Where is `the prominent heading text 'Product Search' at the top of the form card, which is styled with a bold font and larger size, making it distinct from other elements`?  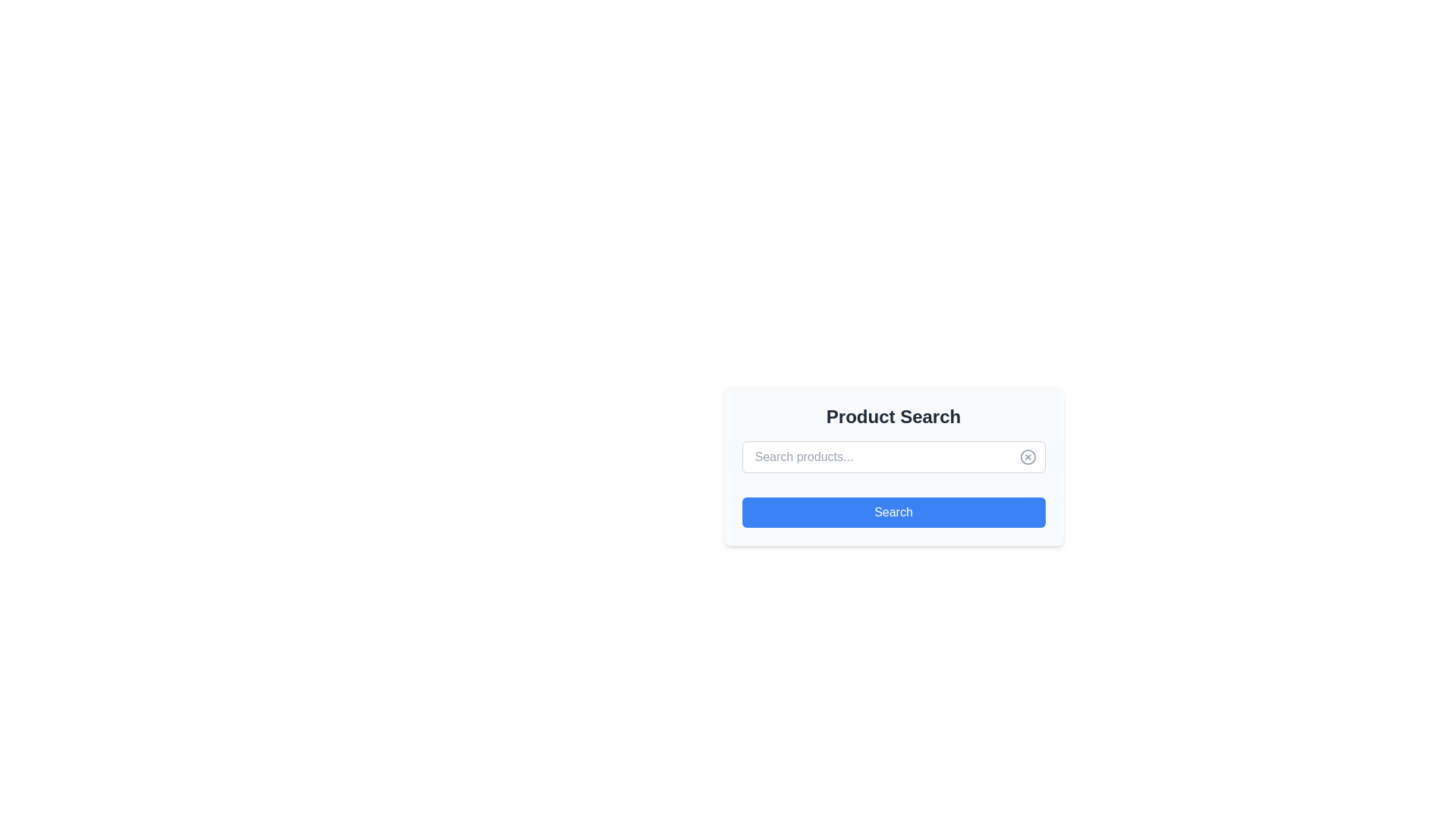 the prominent heading text 'Product Search' at the top of the form card, which is styled with a bold font and larger size, making it distinct from other elements is located at coordinates (893, 417).